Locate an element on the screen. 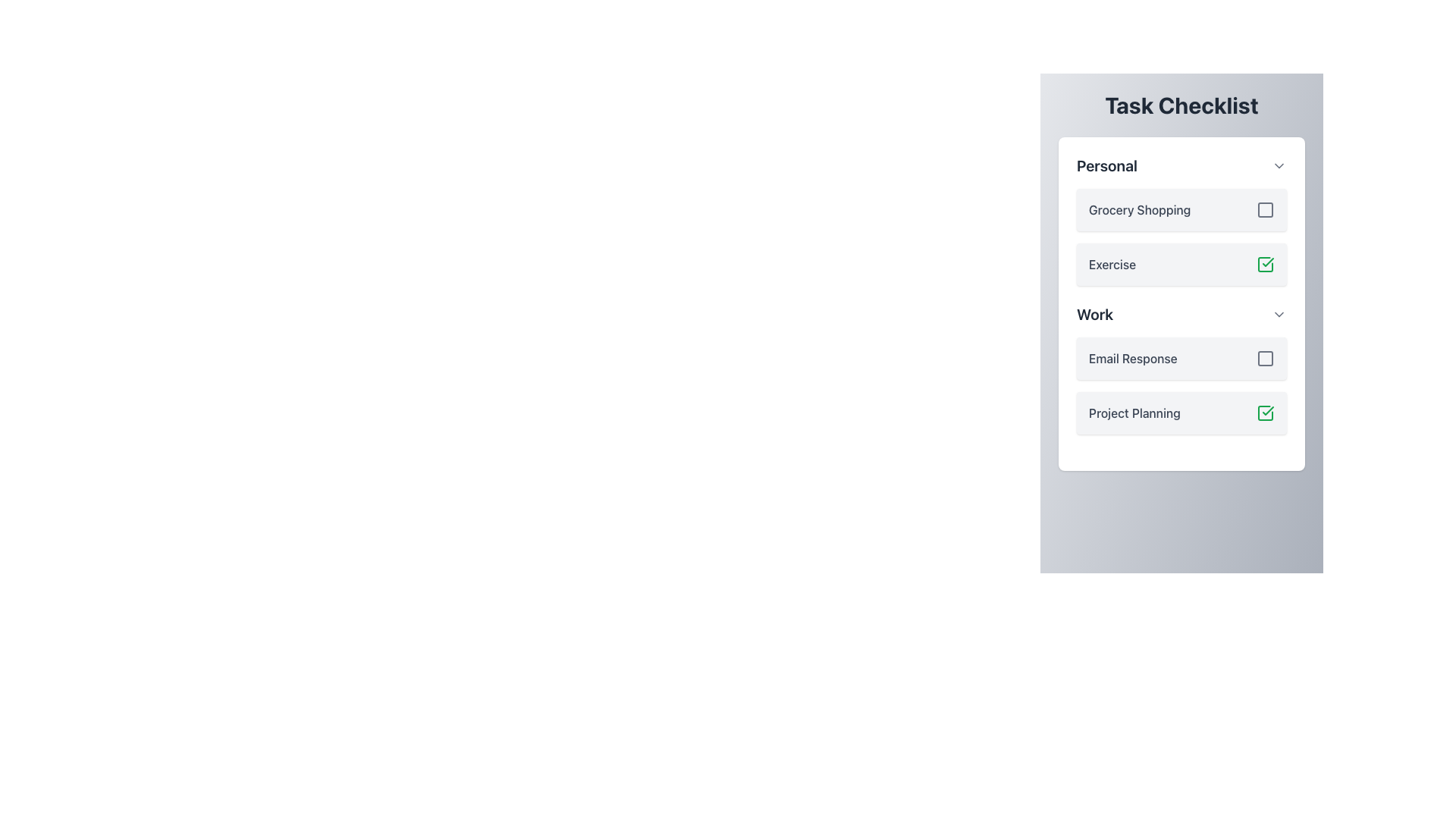 Image resolution: width=1456 pixels, height=819 pixels. the center of the green checkbox icon located at the rightmost position of the 'Exercise' item in the 'Personal' section of the 'Task Checklist' is located at coordinates (1266, 263).